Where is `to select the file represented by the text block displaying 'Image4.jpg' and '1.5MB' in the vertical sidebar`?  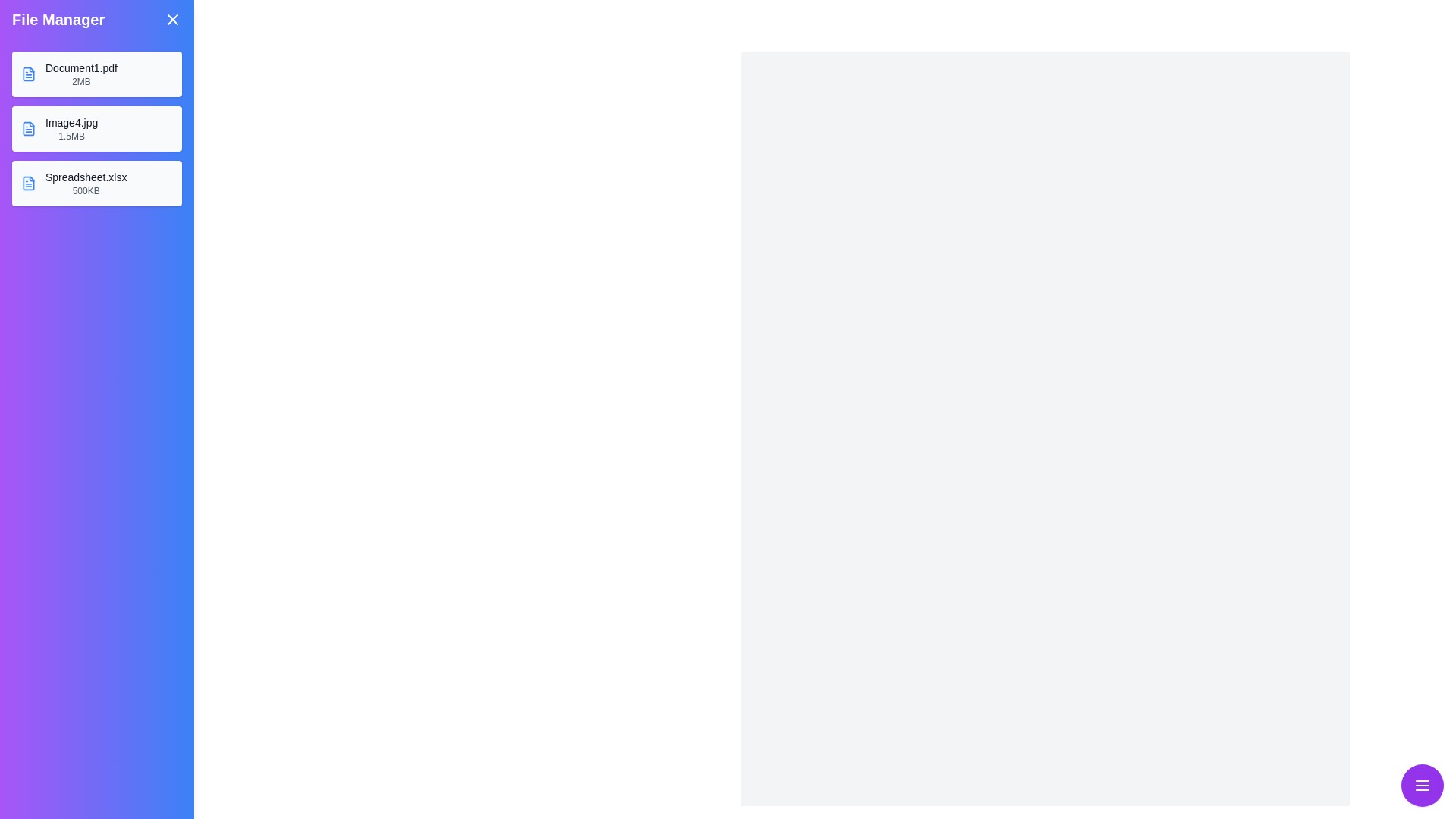 to select the file represented by the text block displaying 'Image4.jpg' and '1.5MB' in the vertical sidebar is located at coordinates (71, 127).